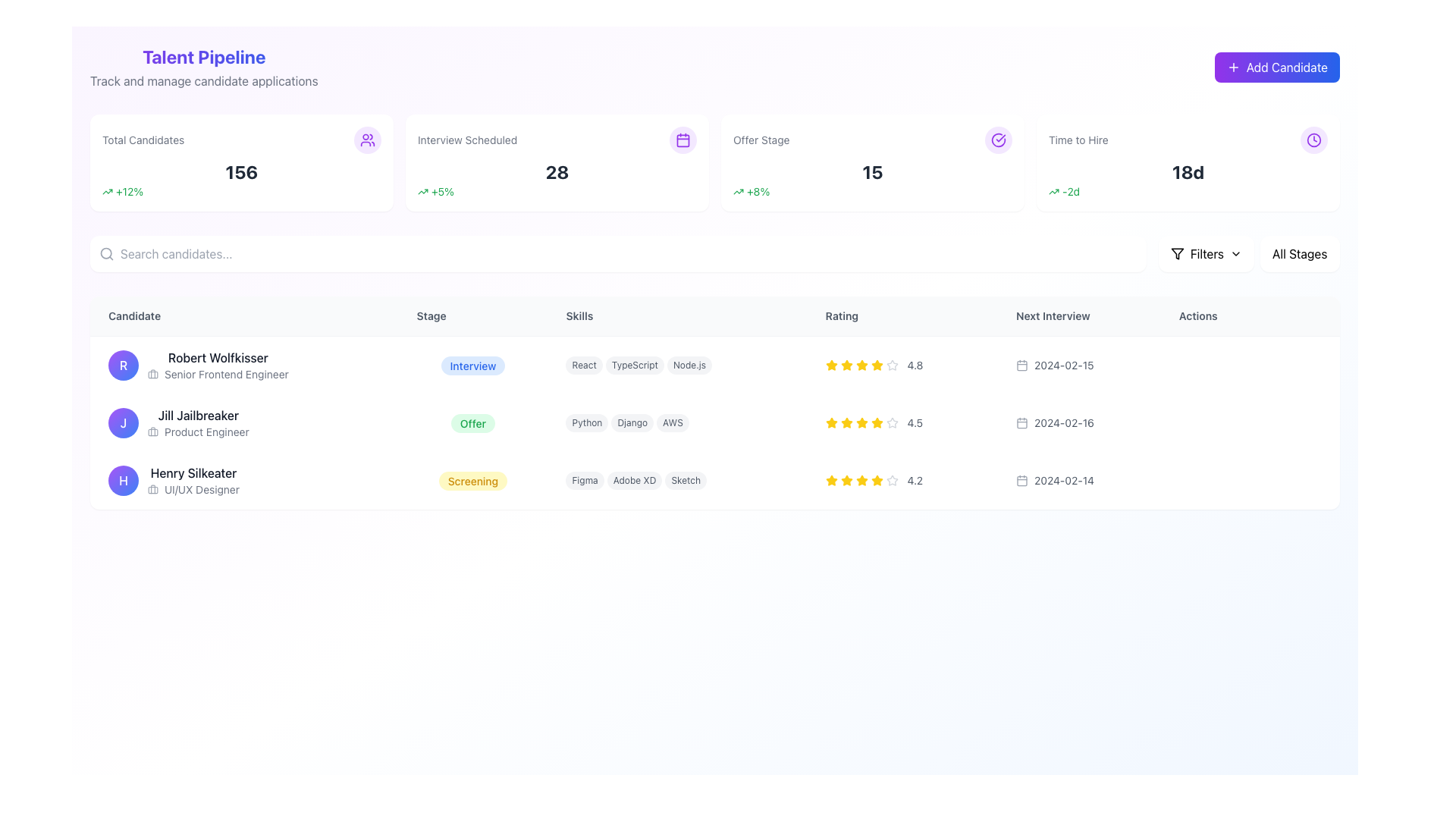 Image resolution: width=1456 pixels, height=819 pixels. Describe the element at coordinates (892, 422) in the screenshot. I see `the third star icon in the 'Rating' column of the table` at that location.